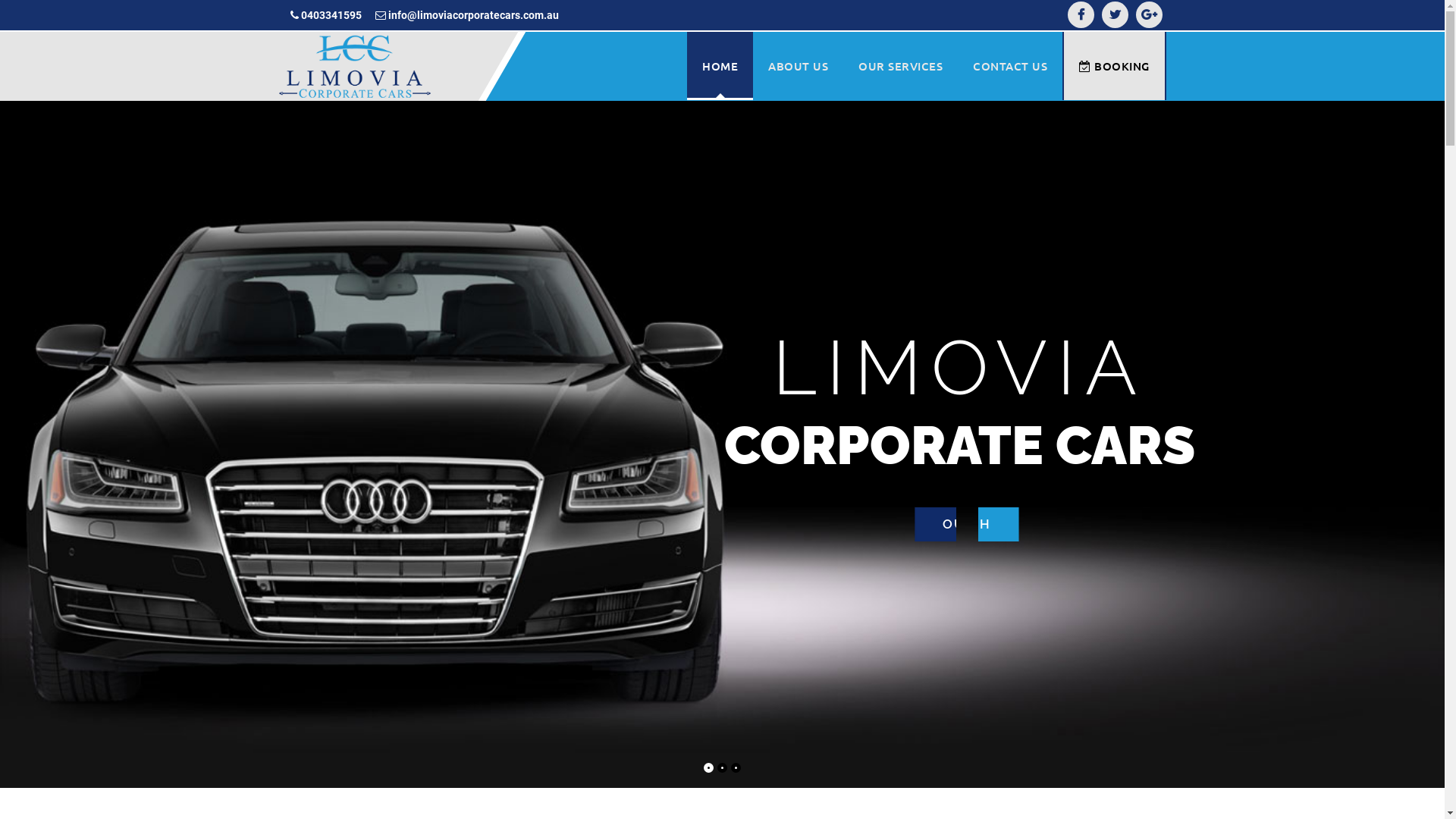 The width and height of the screenshot is (1456, 819). I want to click on '0403341595', so click(290, 14).